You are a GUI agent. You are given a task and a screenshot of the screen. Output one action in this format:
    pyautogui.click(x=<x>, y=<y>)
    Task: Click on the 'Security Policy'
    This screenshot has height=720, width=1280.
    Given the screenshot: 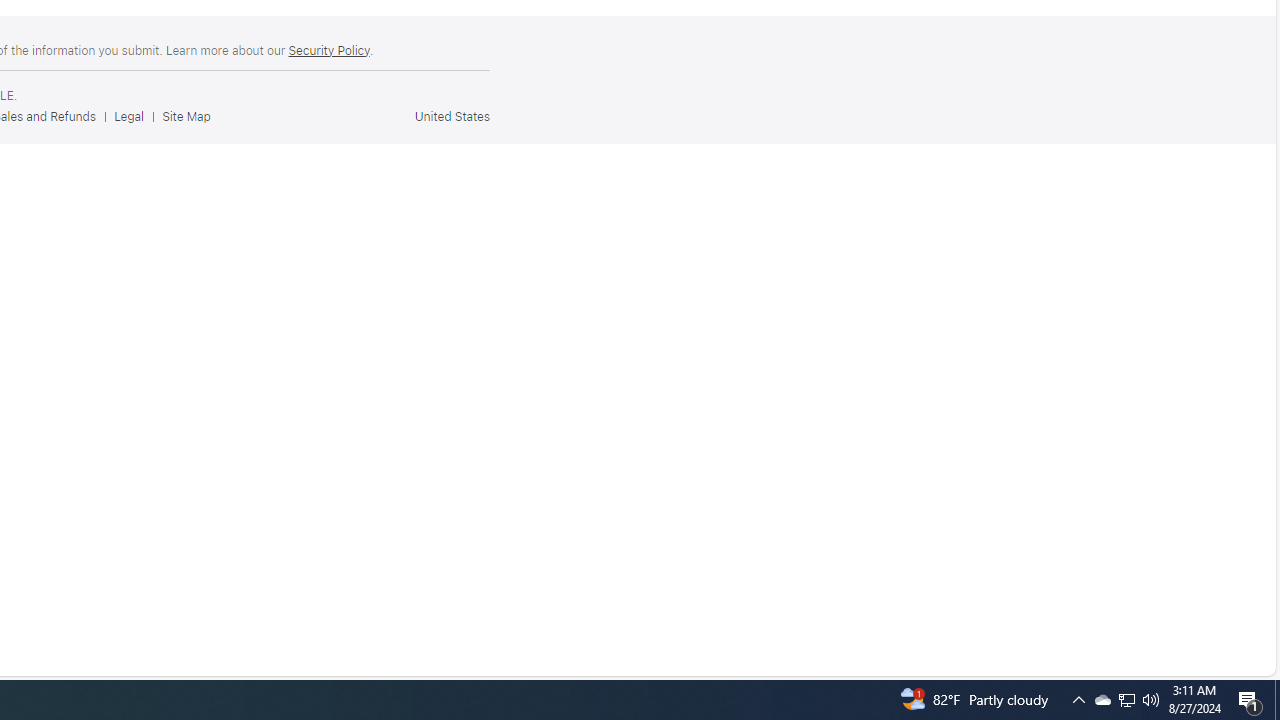 What is the action you would take?
    pyautogui.click(x=328, y=49)
    